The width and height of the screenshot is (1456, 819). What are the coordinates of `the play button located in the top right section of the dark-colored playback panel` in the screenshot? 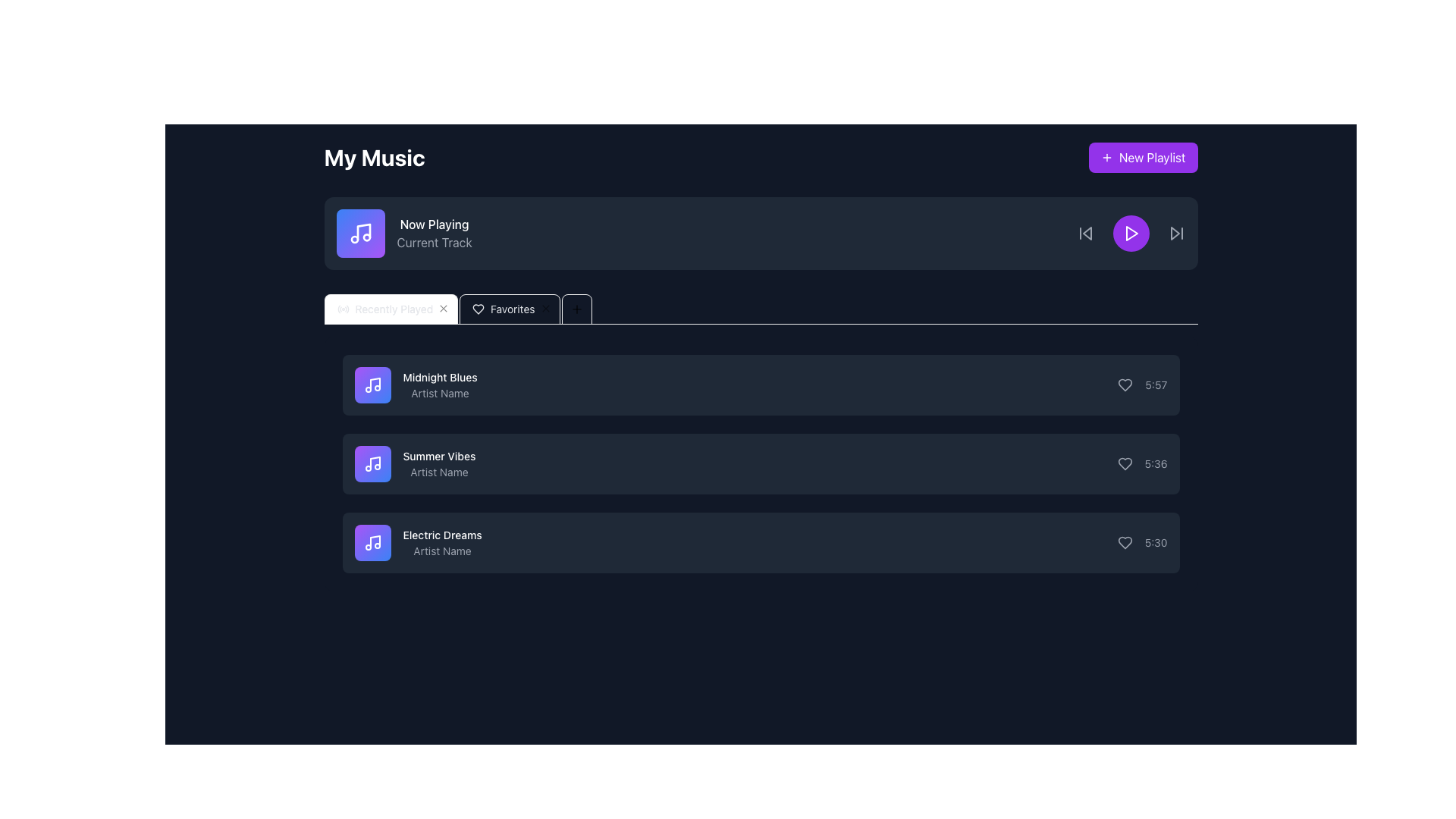 It's located at (1131, 234).